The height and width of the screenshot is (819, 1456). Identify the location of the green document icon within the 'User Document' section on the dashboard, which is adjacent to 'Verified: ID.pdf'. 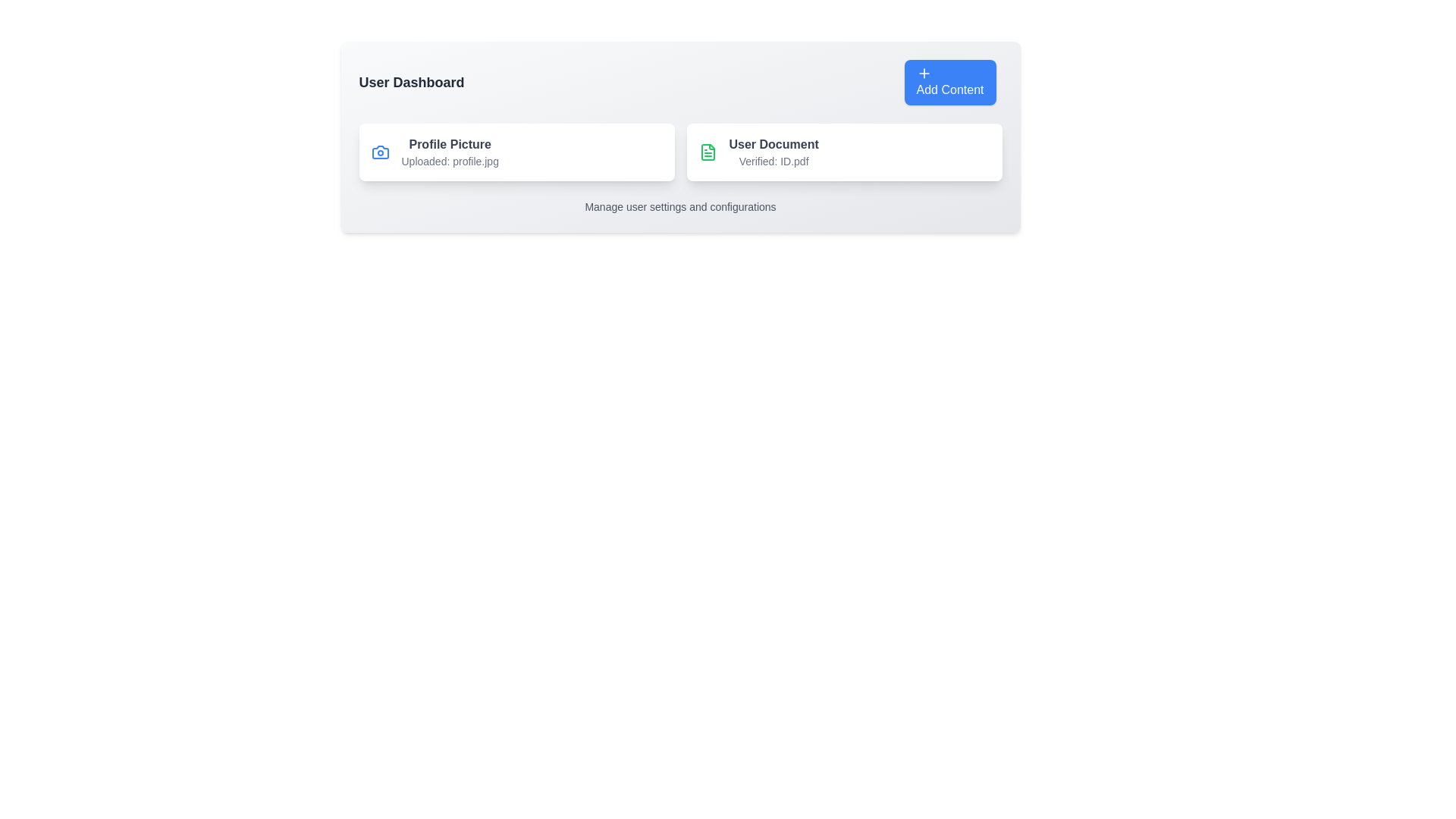
(707, 152).